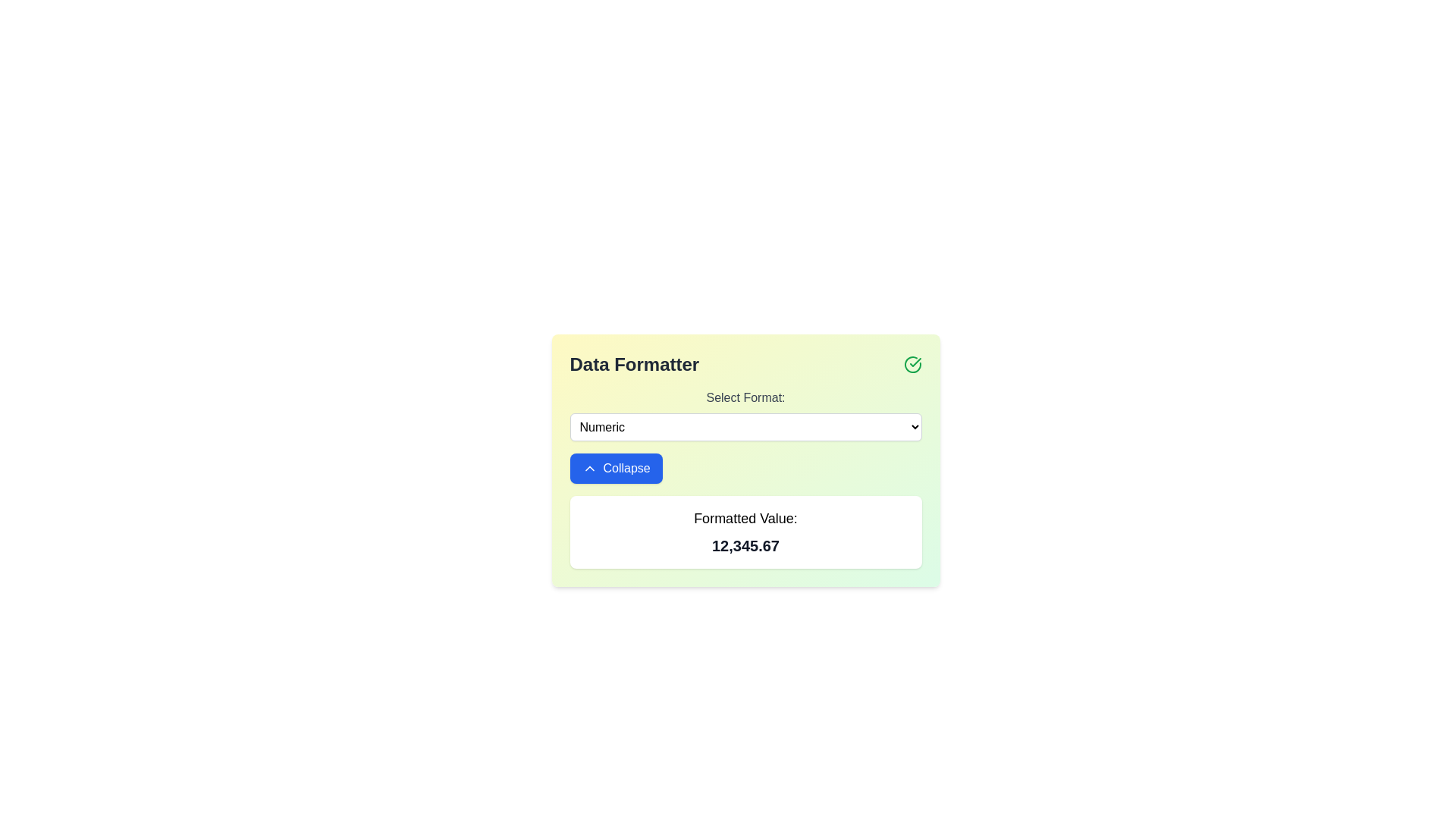 This screenshot has width=1456, height=819. I want to click on the text label that serves as a heading for the numerical value displayed below it, providing context for that value, so click(745, 517).